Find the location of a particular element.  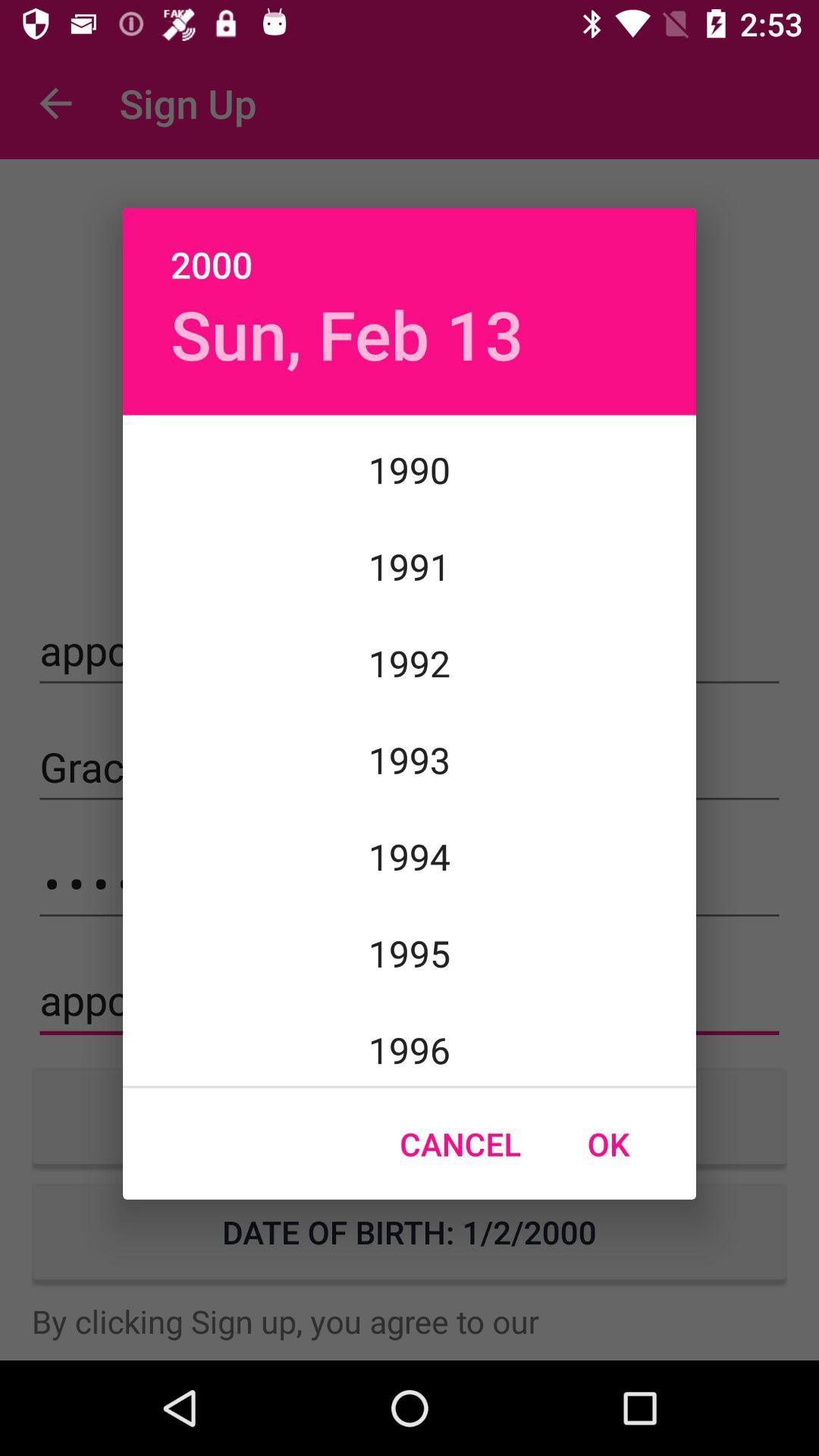

the item above 1989 icon is located at coordinates (347, 333).